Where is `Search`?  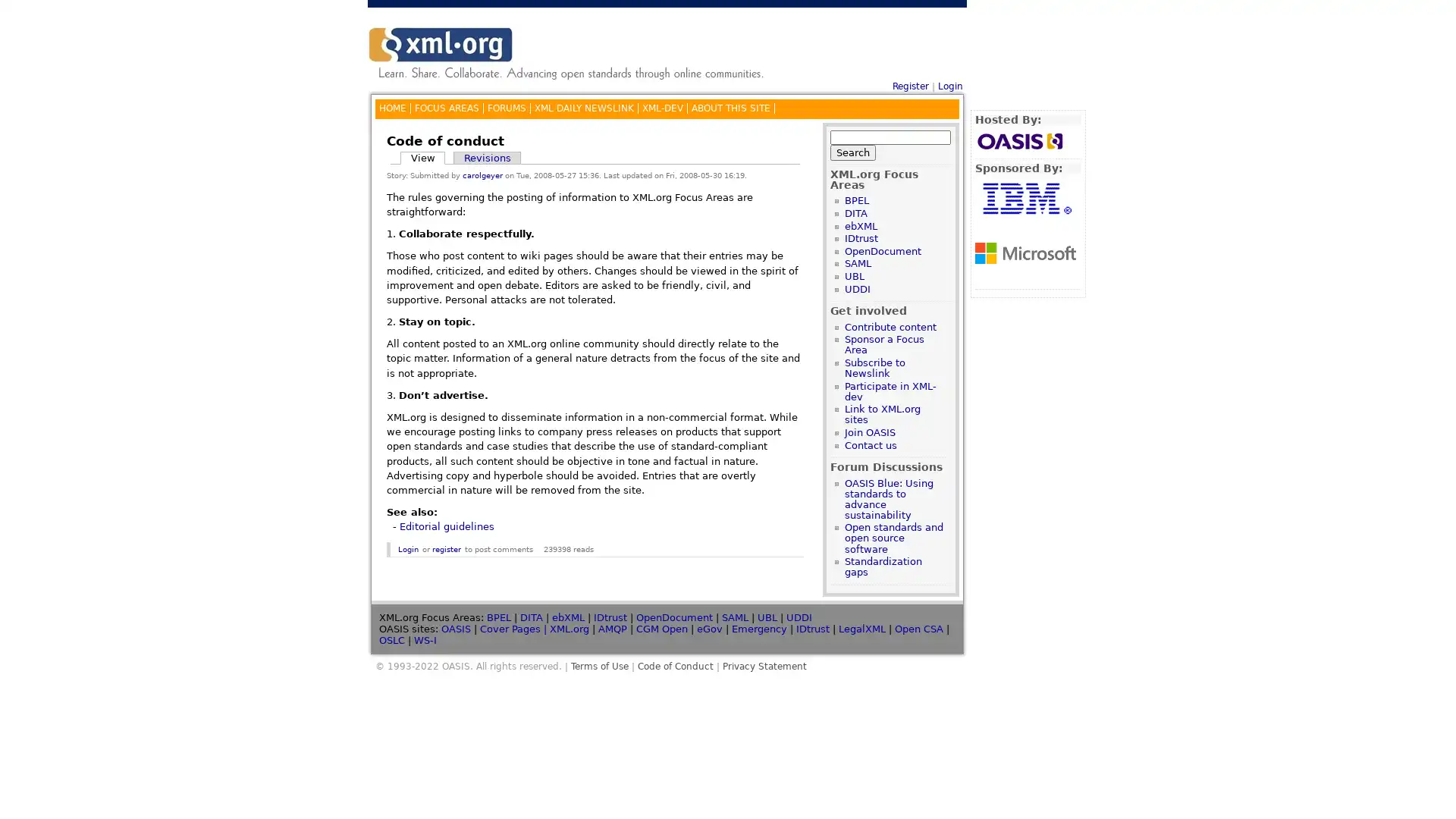
Search is located at coordinates (852, 152).